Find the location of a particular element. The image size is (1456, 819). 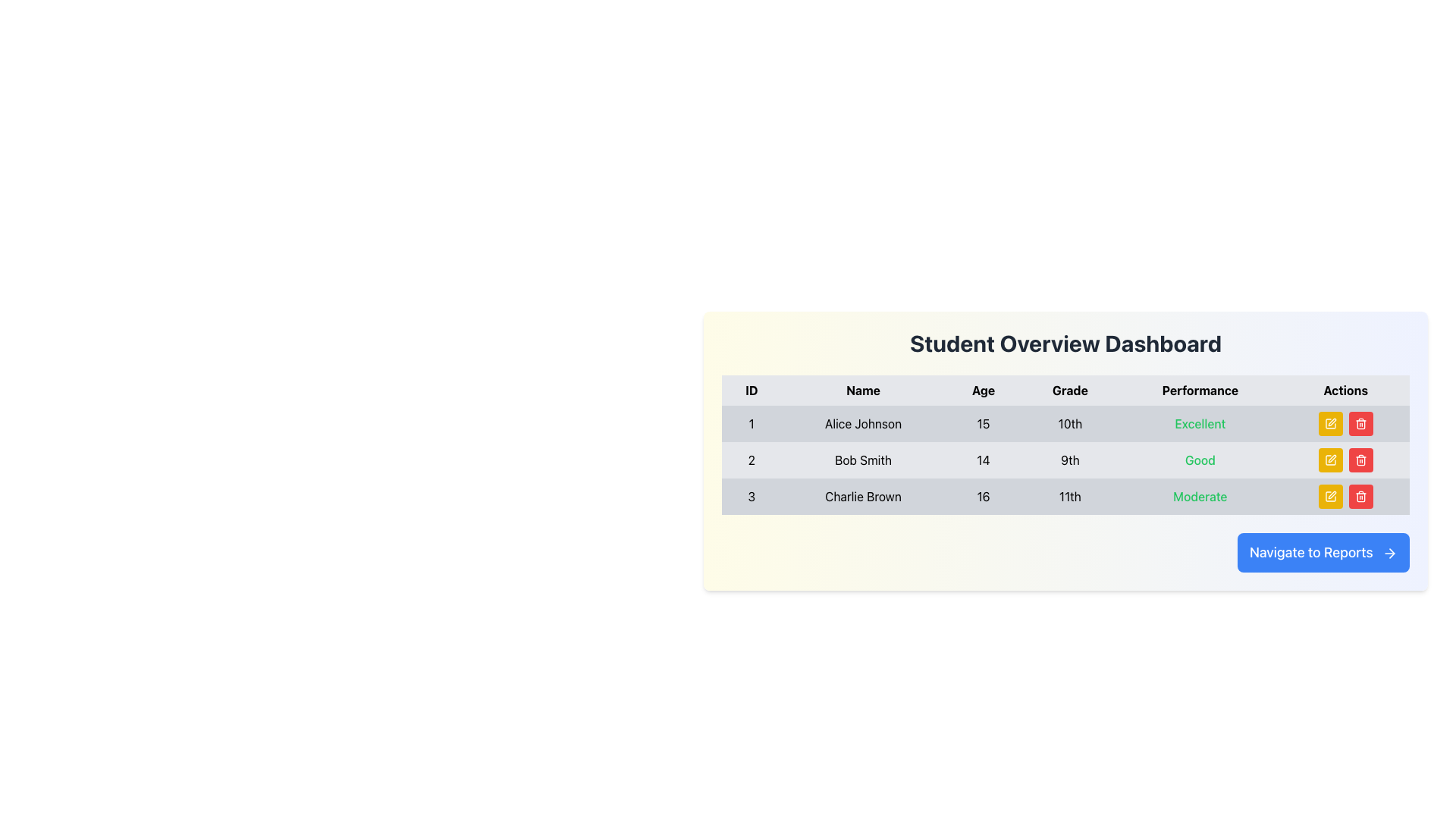

the yellow outline rectangle icon with a pencil in the center located in the 'Actions' column of the third row in the Student Overview Dashboard to initiate edit functionality is located at coordinates (1331, 458).